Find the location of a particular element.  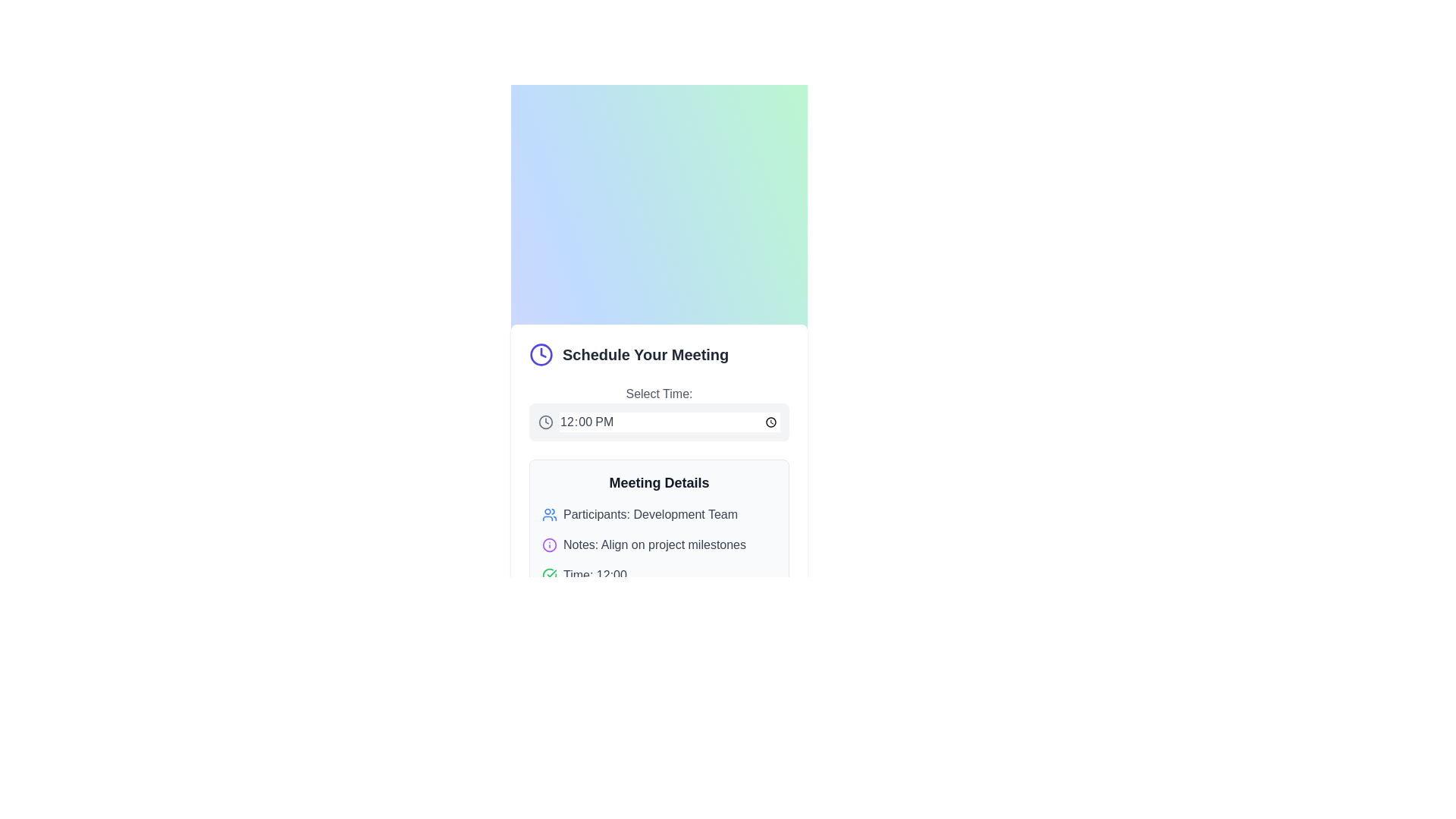

the Time input field with a light gray background and clock icons is located at coordinates (659, 422).